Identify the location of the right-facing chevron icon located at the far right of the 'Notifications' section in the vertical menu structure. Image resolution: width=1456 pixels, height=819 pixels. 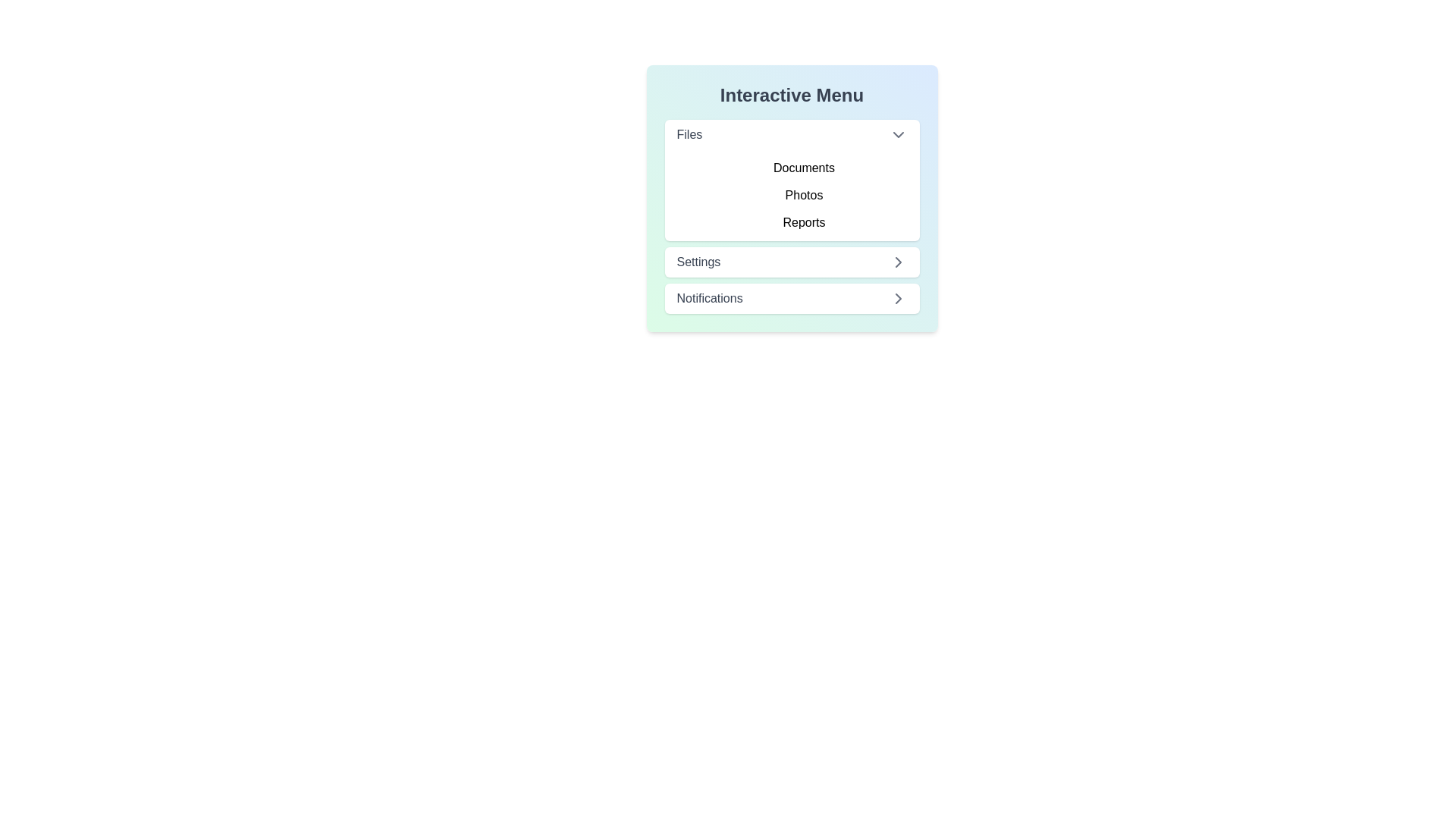
(898, 298).